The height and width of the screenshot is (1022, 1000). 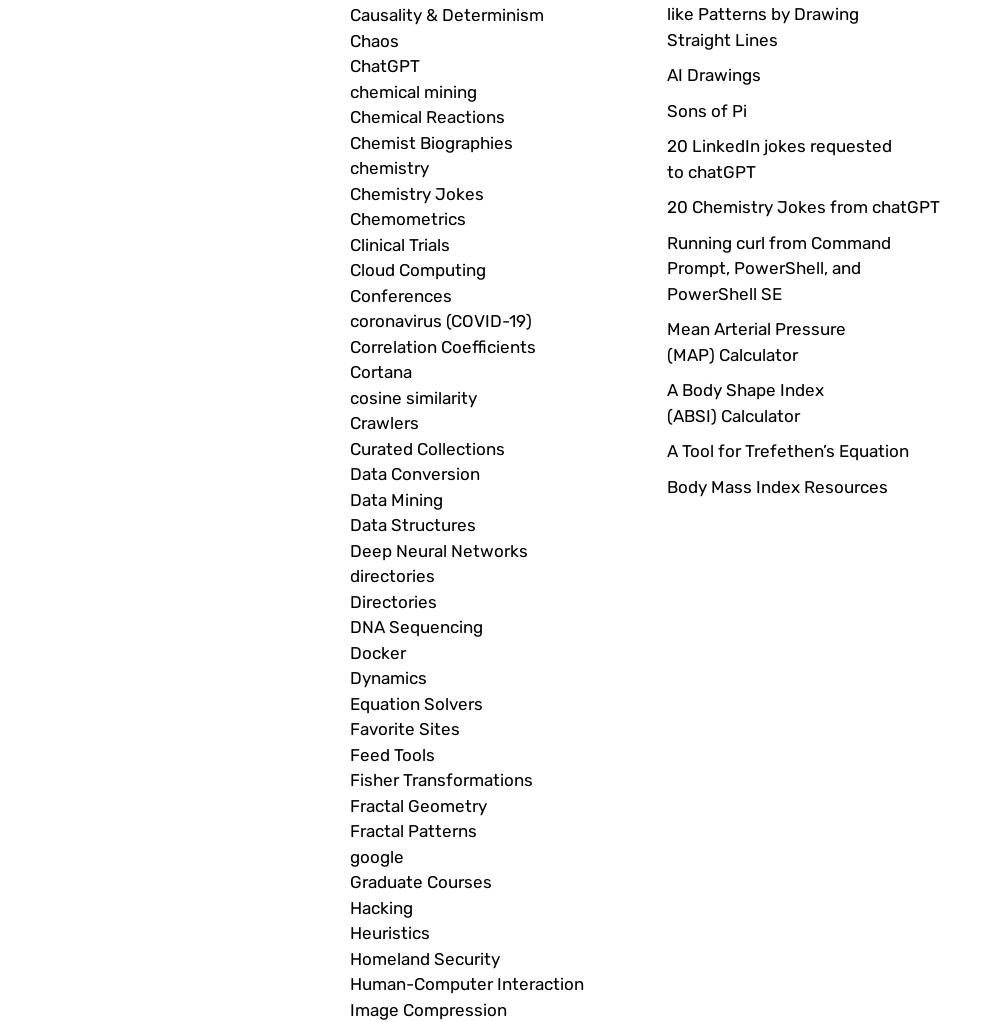 What do you see at coordinates (413, 89) in the screenshot?
I see `'chemical mining'` at bounding box center [413, 89].